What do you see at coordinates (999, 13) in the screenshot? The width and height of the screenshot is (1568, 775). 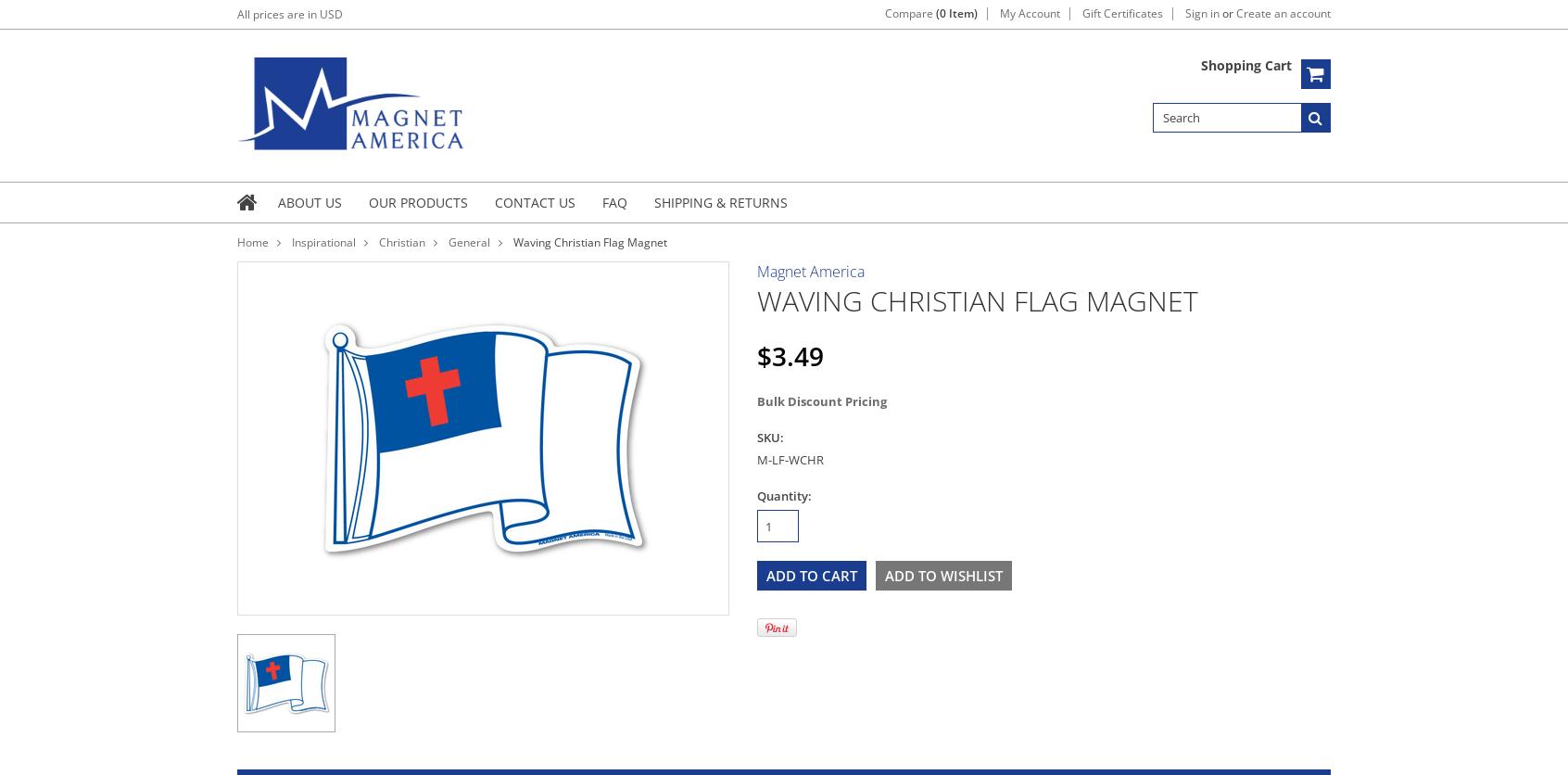 I see `'My Account'` at bounding box center [999, 13].